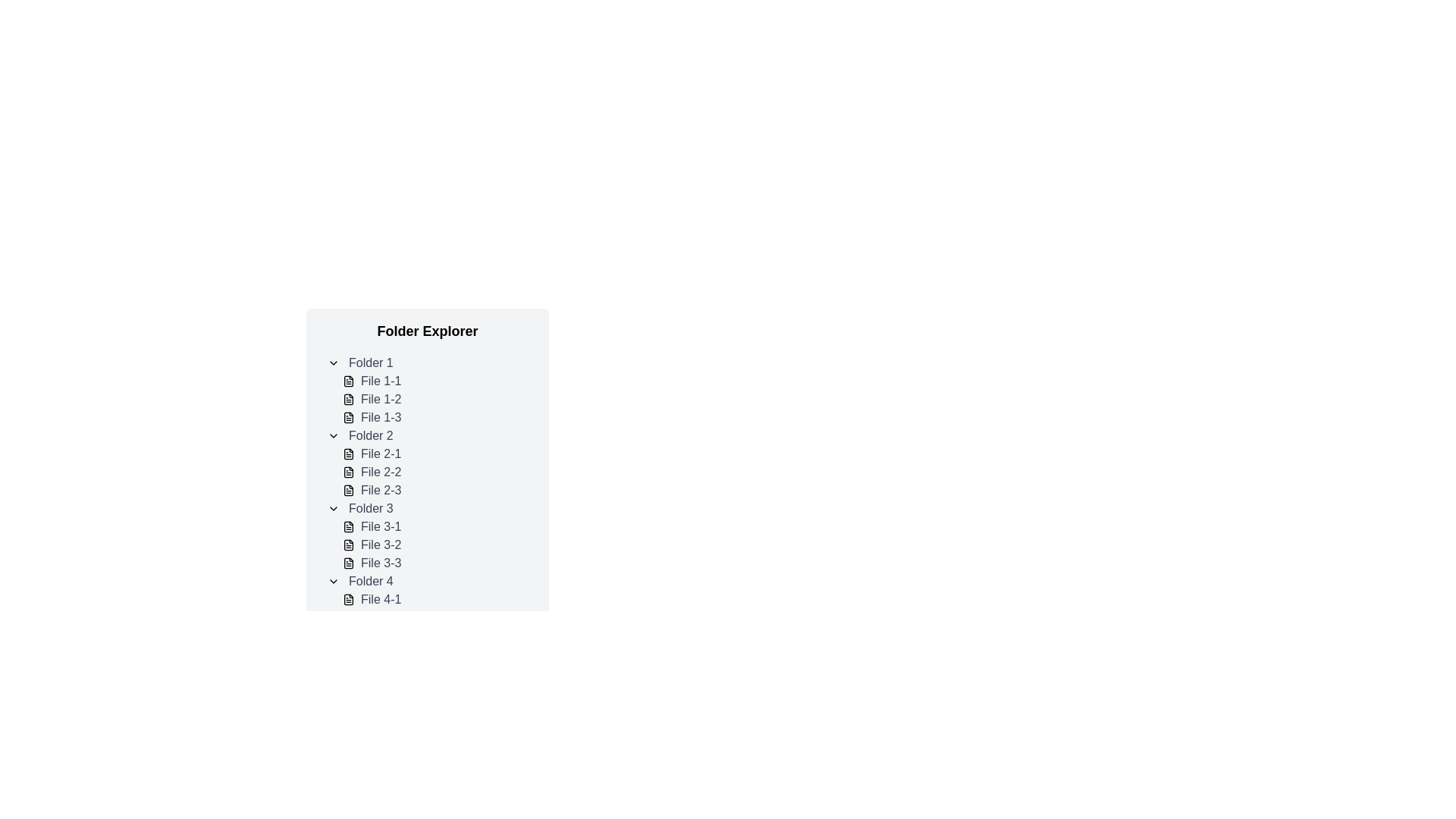 This screenshot has width=1456, height=819. Describe the element at coordinates (348, 491) in the screenshot. I see `the document icon next to the text label 'File 2-3' under 'Folder 2' in the file explorer interface` at that location.